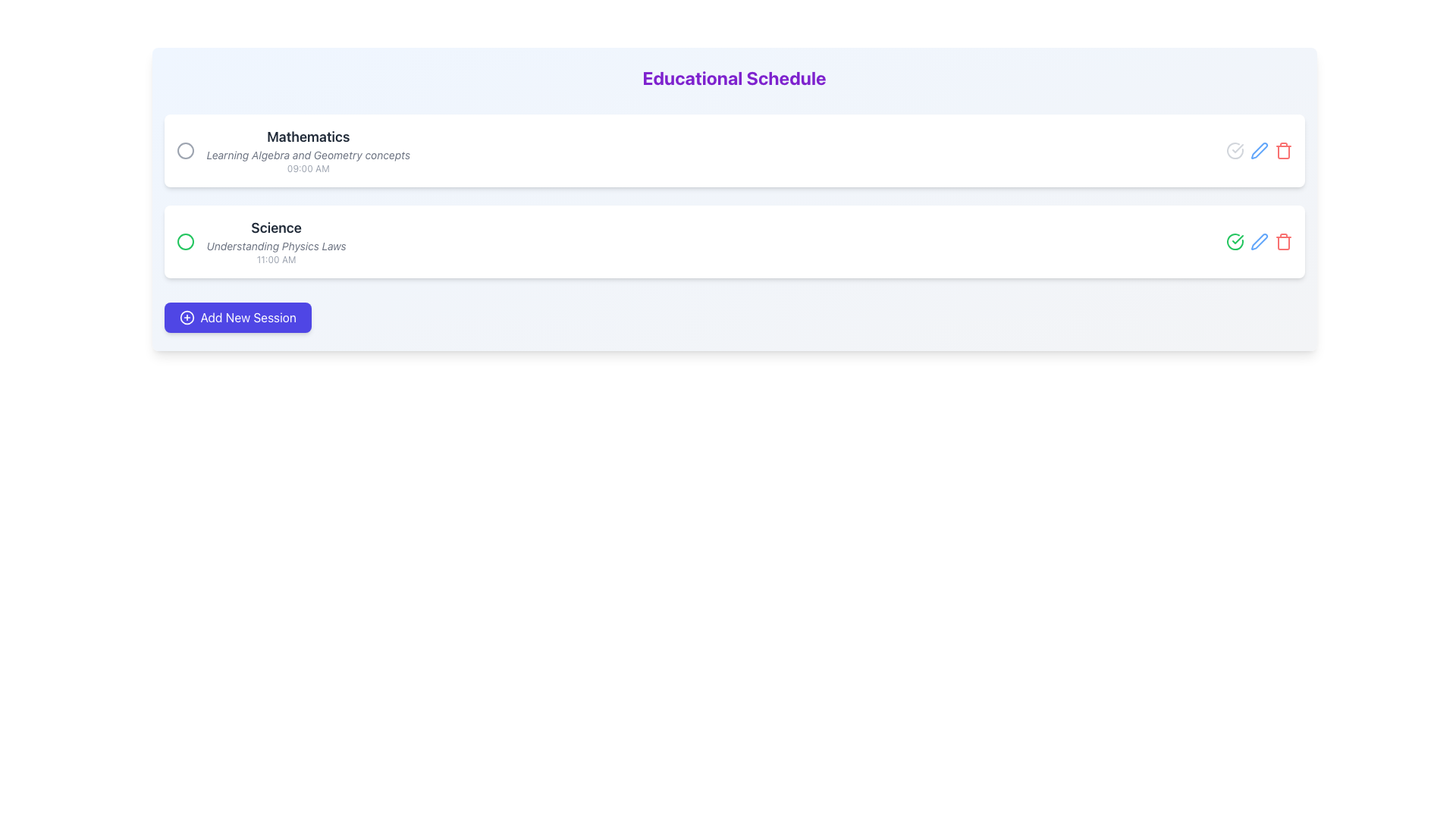 Image resolution: width=1456 pixels, height=819 pixels. Describe the element at coordinates (186, 317) in the screenshot. I see `the coral colored SVG Circle Shape which is the innermost component of the 'lucide-circle-plus' icon located to the left of the 'Add New Session' button` at that location.